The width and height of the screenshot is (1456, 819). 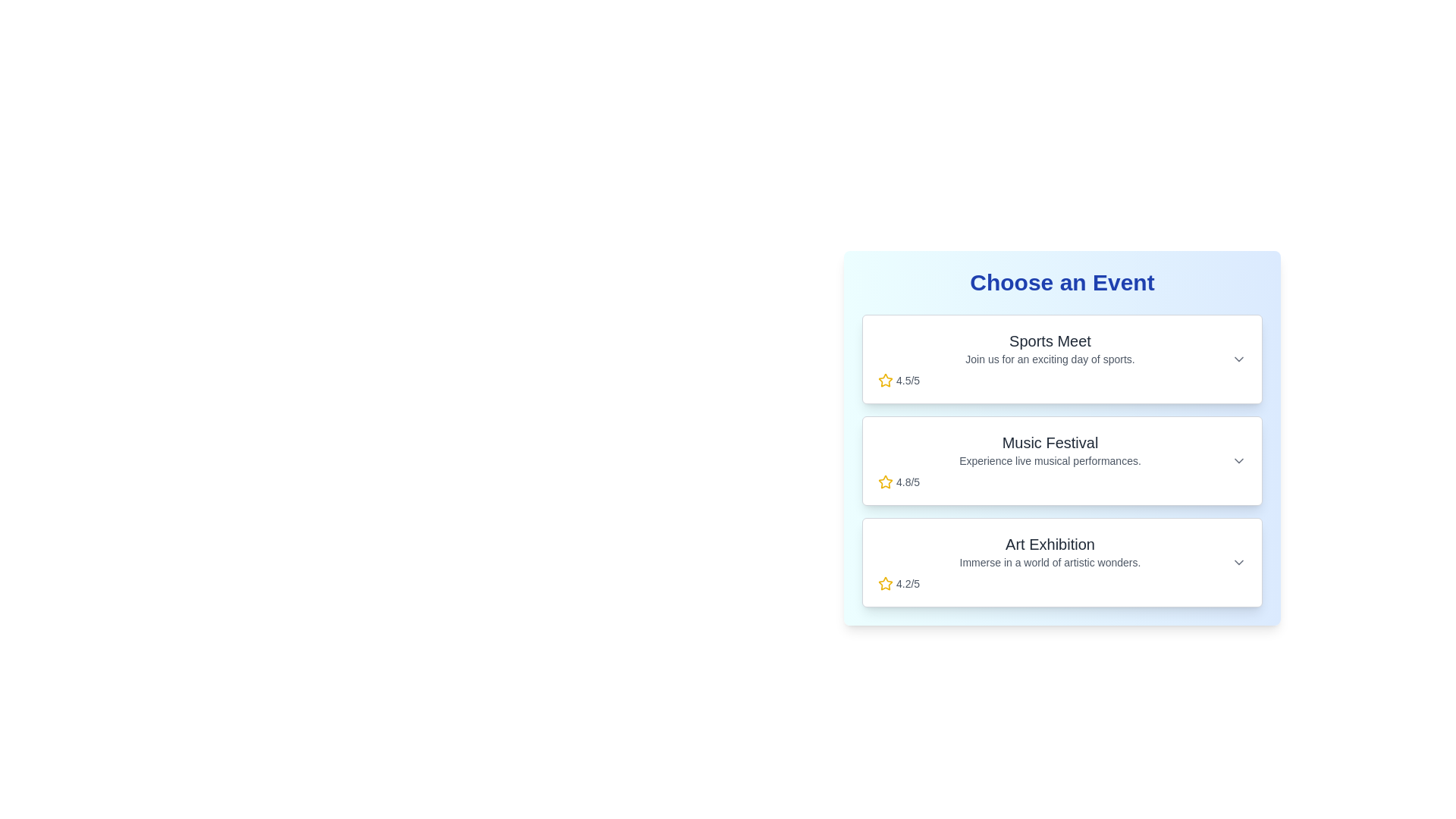 I want to click on the rating score displayed as static text for the 'Music Festival' event, located immediately to the right of the yellow star icon in the center of the event card, so click(x=908, y=482).